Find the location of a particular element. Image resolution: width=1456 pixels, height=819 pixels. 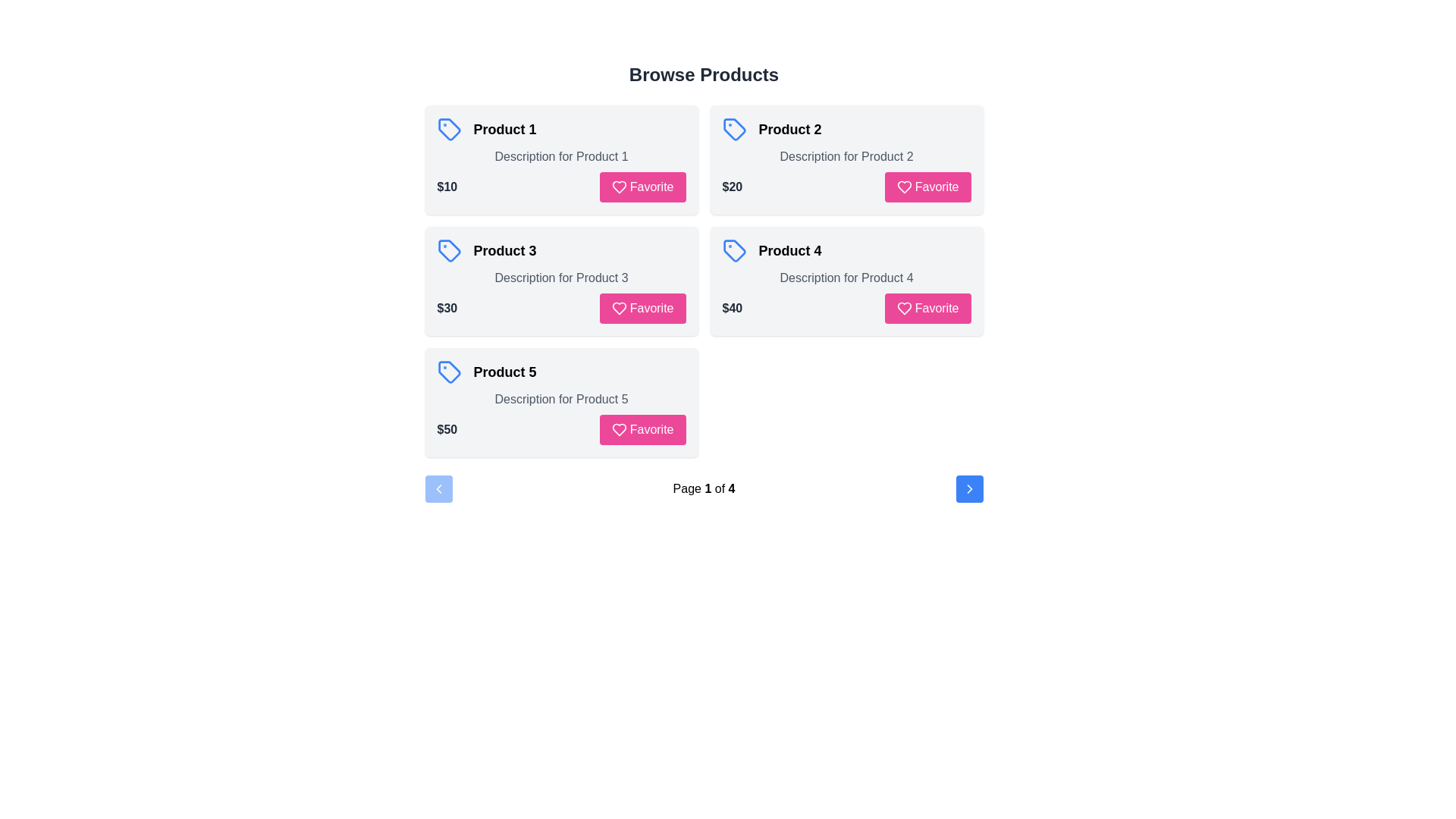

the icon resembling a tag with a blue outline, positioned before the text 'Product 1' in the first product block of the grid is located at coordinates (448, 128).